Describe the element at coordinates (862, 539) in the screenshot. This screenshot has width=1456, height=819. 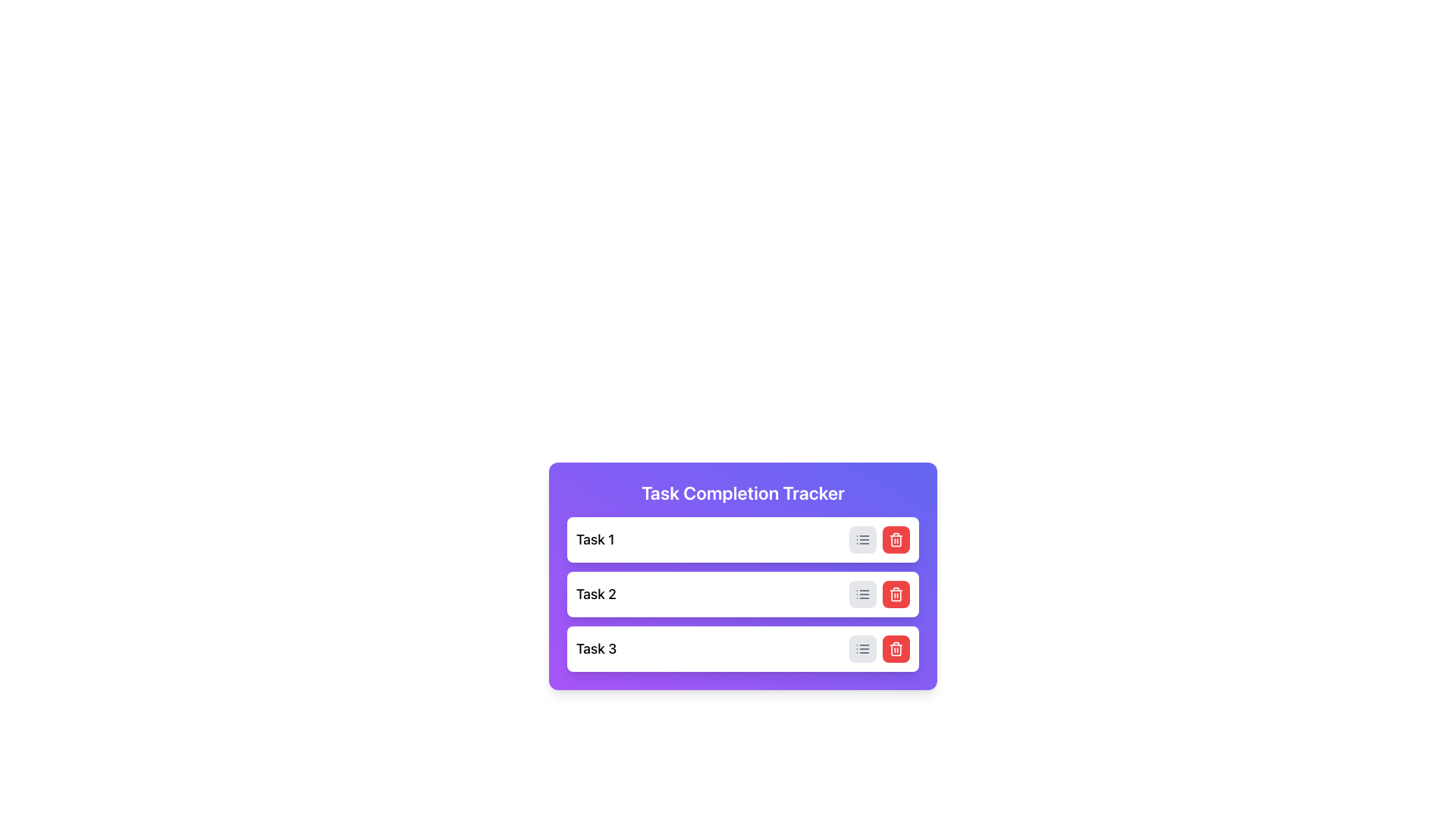
I see `the control button located to the right of 'Task 1' in the 'Task Completion Tracker'` at that location.